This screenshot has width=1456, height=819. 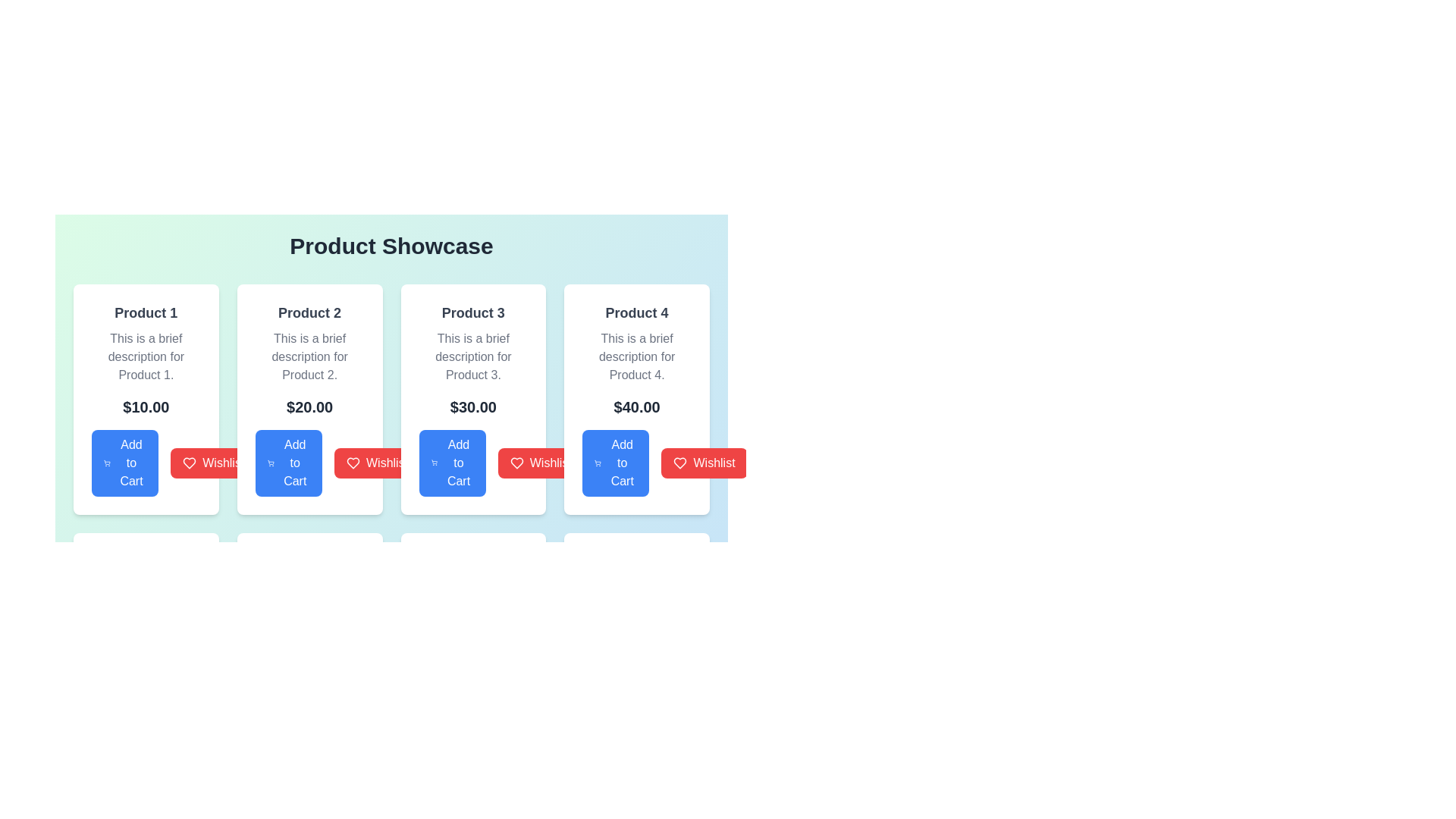 What do you see at coordinates (622, 462) in the screenshot?
I see `the 'Add to Cart' button, which is a blue rectangular button located at the bottom center of the fourth product card in a horizontal list, containing the text 'Add to Cart' and a shopping cart icon` at bounding box center [622, 462].